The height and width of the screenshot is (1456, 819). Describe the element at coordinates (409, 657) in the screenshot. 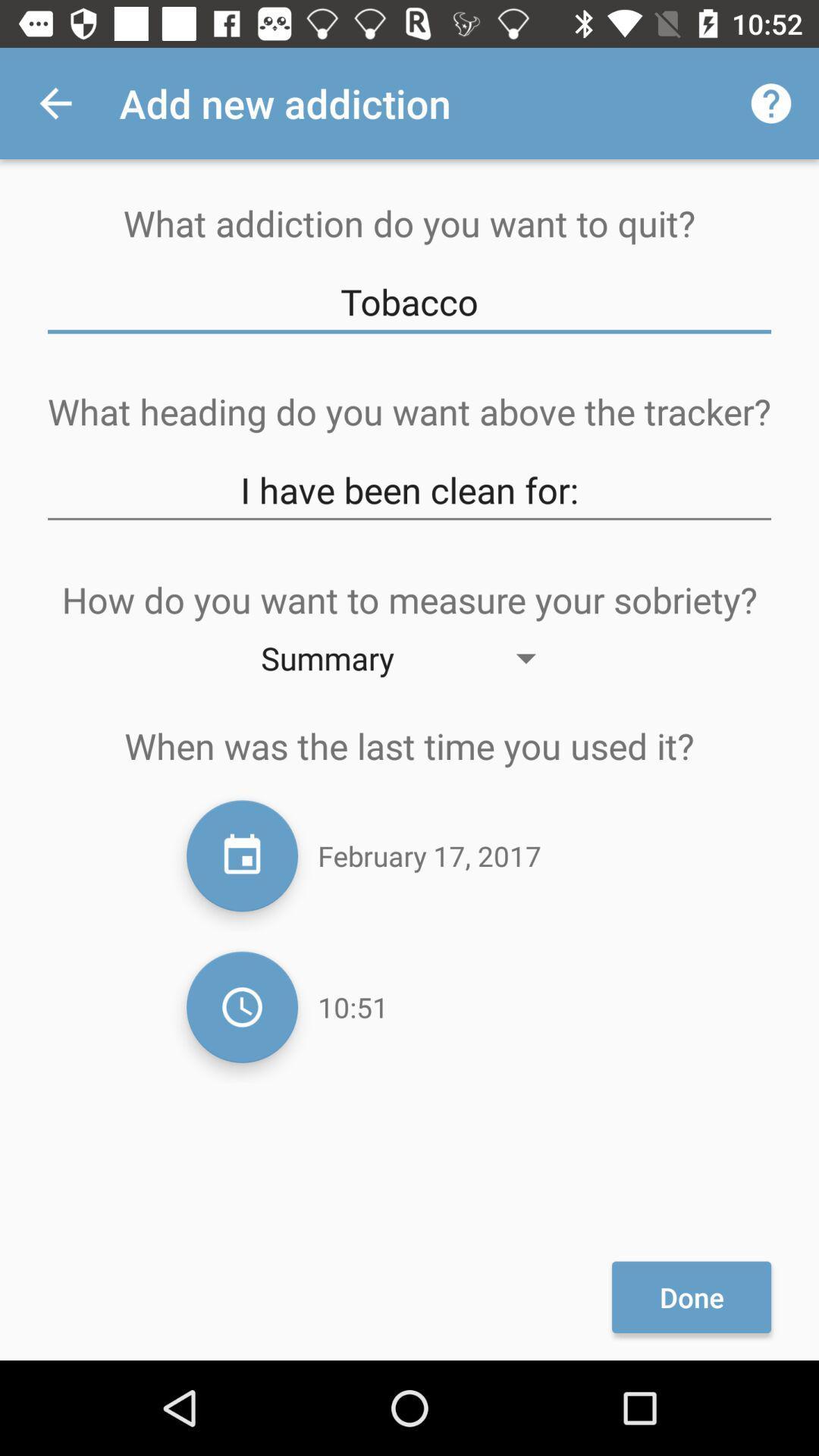

I see `the button summary` at that location.